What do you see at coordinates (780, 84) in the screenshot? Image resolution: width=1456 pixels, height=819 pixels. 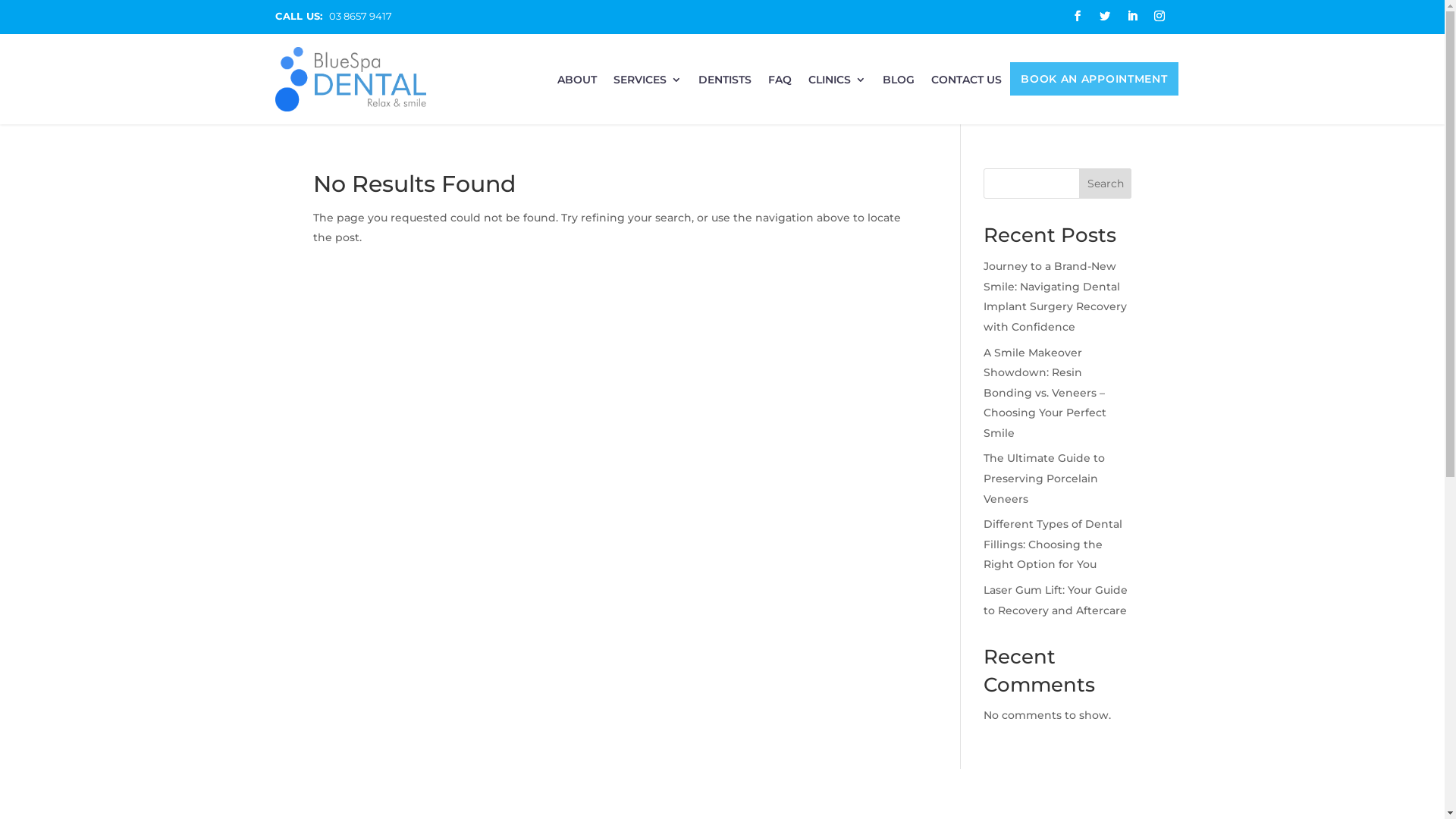 I see `'FAQ'` at bounding box center [780, 84].